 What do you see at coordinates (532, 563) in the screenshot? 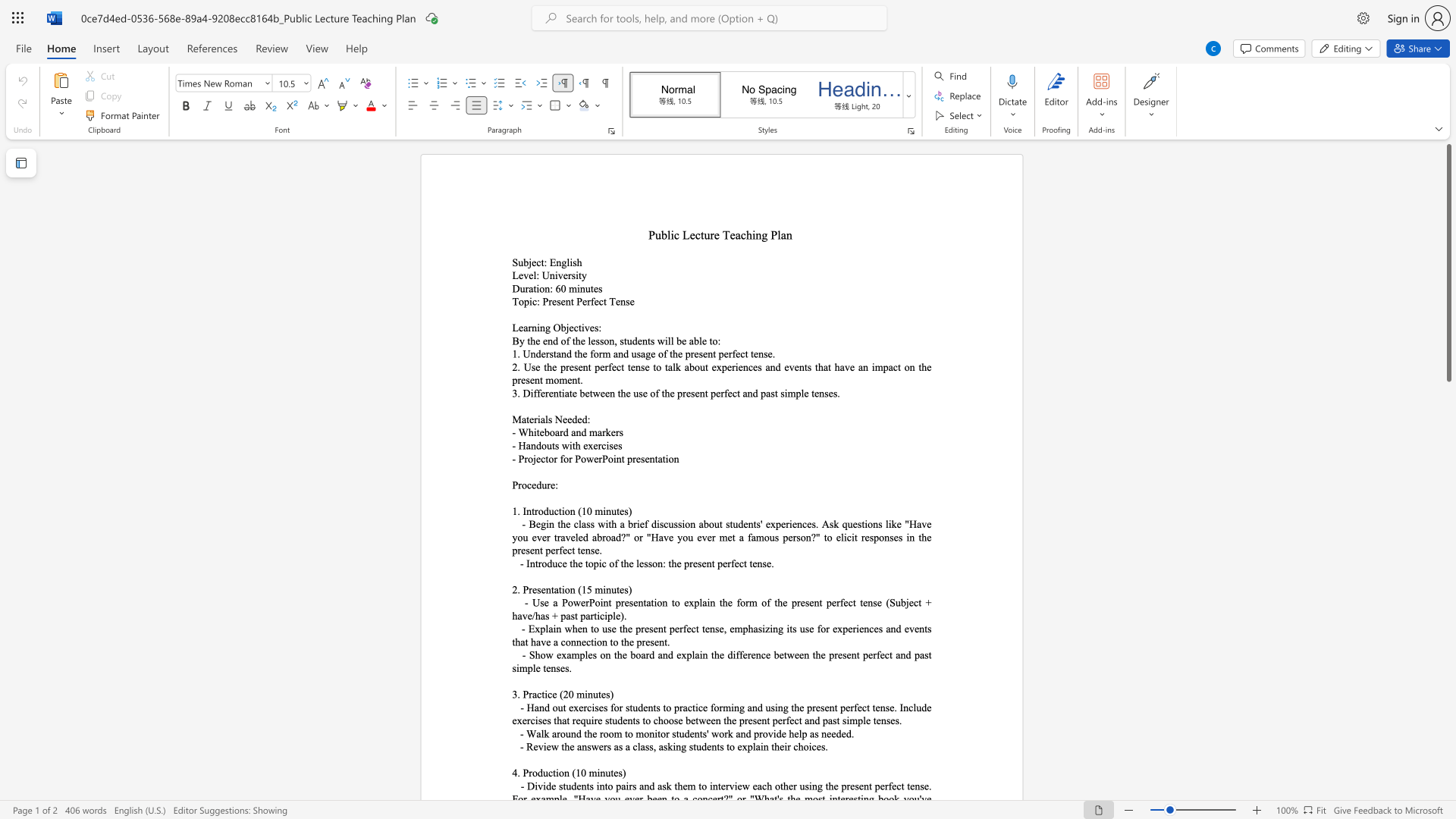
I see `the 1th character "n" in the text` at bounding box center [532, 563].